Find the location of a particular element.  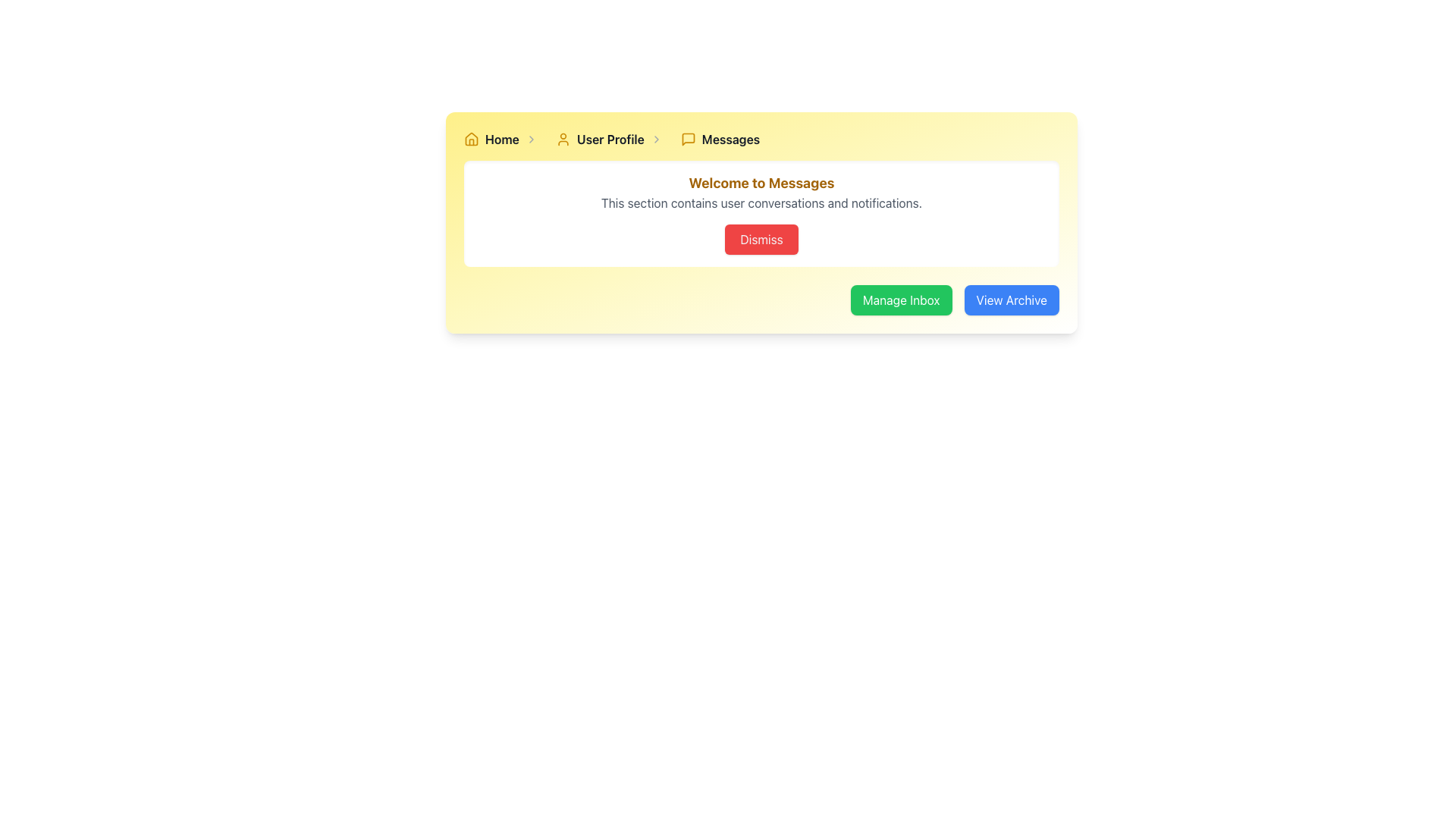

the 'User Profile' text link, which is styled with a gray font and highlighted in yellow when hovered over, located centrally within the navigation bar is located at coordinates (610, 140).